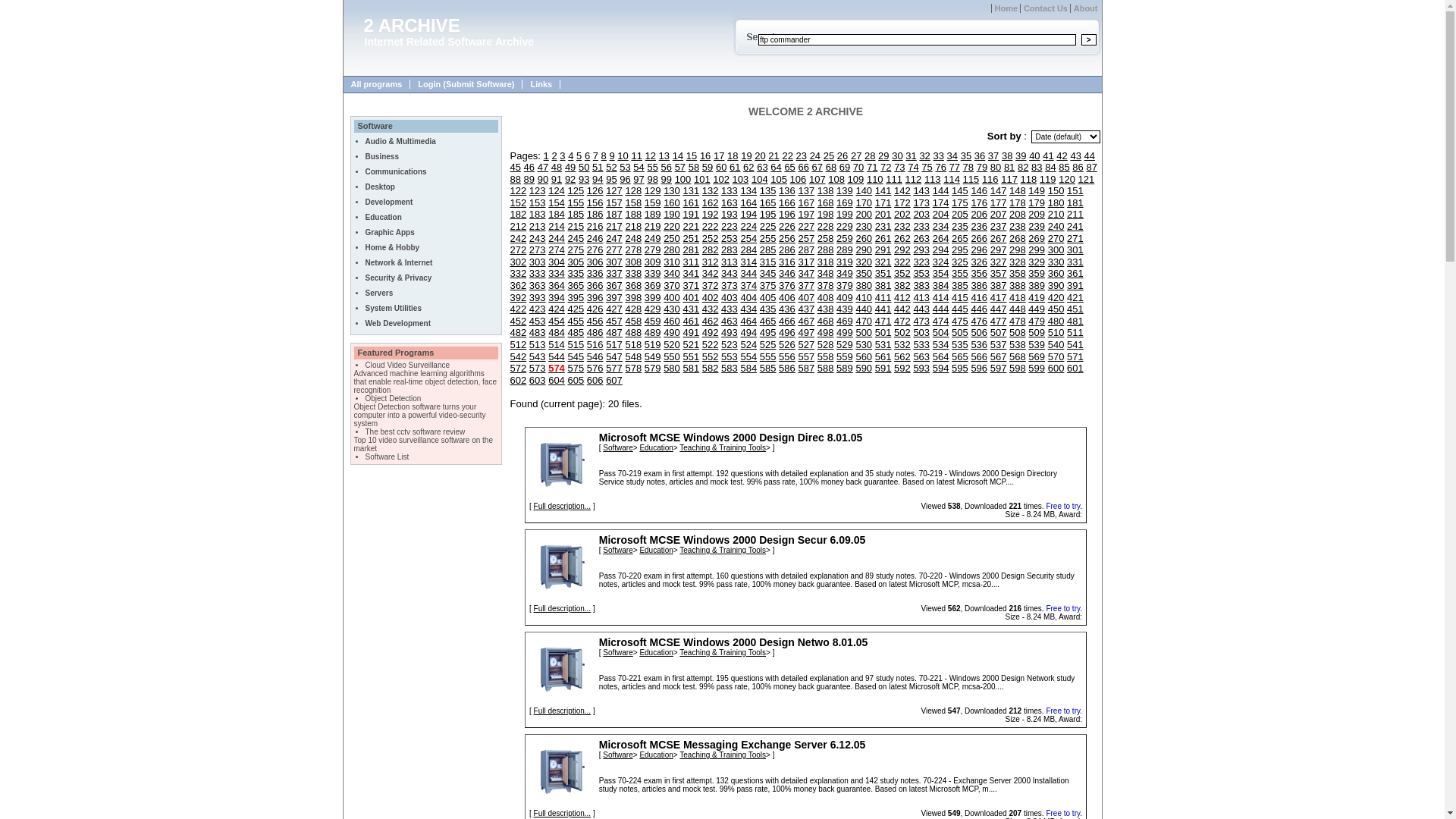  Describe the element at coordinates (741, 155) in the screenshot. I see `'19'` at that location.